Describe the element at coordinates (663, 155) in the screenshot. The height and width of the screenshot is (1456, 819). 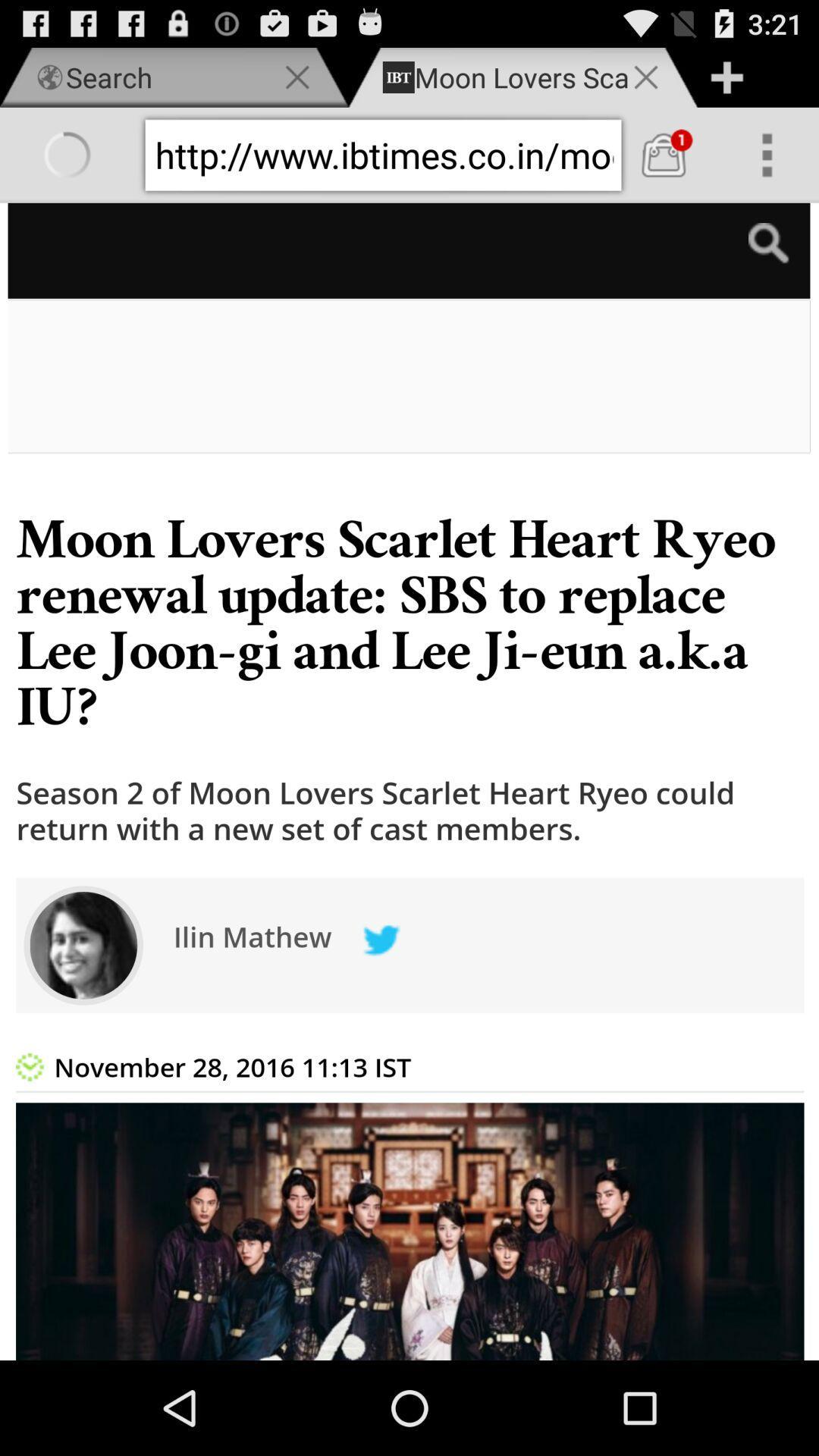
I see `cart` at that location.